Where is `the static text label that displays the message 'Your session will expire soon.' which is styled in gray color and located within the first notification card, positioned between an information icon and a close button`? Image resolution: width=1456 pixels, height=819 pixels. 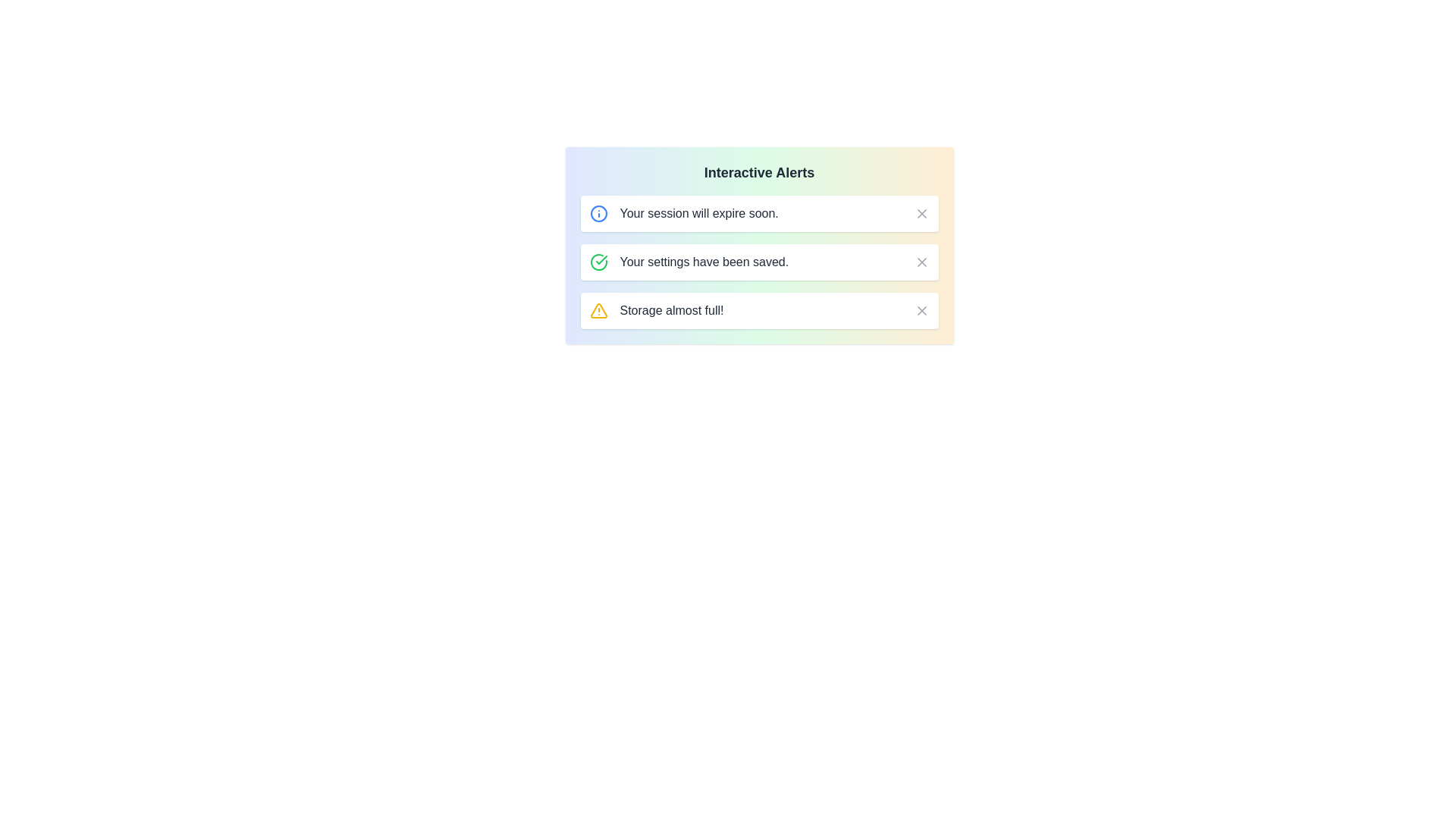 the static text label that displays the message 'Your session will expire soon.' which is styled in gray color and located within the first notification card, positioned between an information icon and a close button is located at coordinates (698, 213).